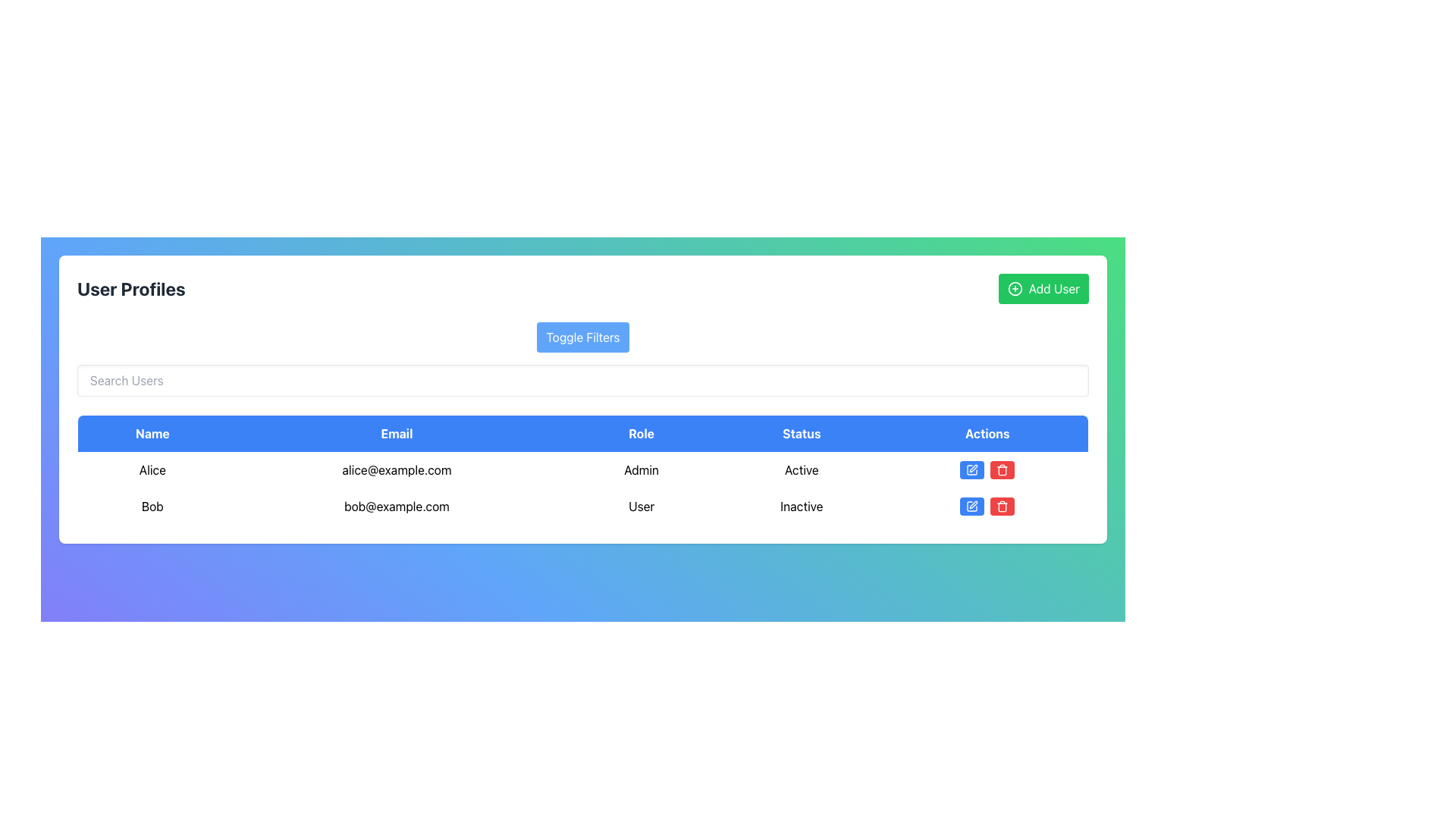 The image size is (1456, 819). What do you see at coordinates (972, 469) in the screenshot?
I see `the pen-shaped icon within the blue button located in the 'Actions' column of Bob's table row to potentially see a tooltip` at bounding box center [972, 469].